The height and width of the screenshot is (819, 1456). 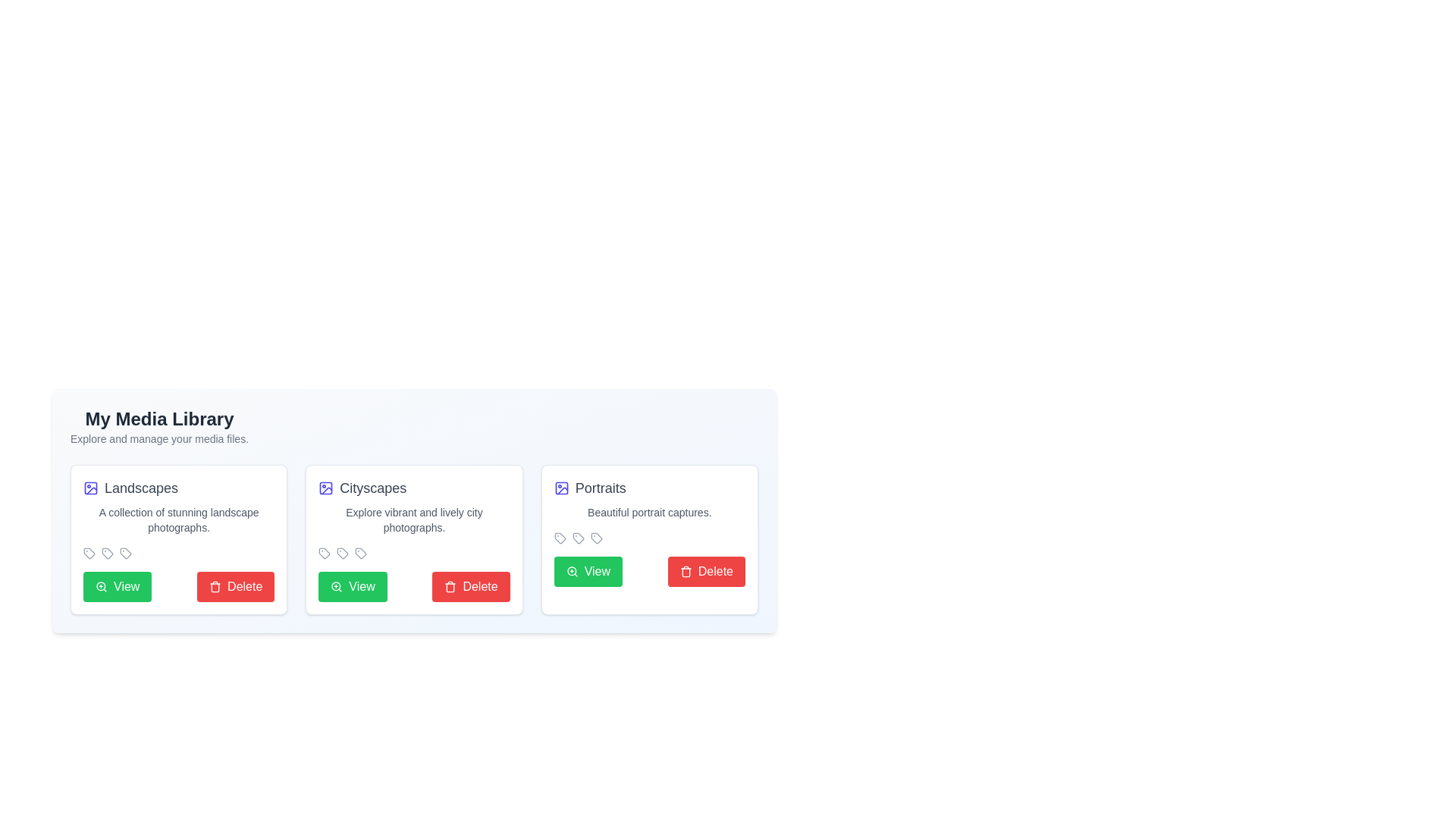 What do you see at coordinates (714, 571) in the screenshot?
I see `the 'Delete' action button located at the bottom-right of the 'Portraits' card` at bounding box center [714, 571].